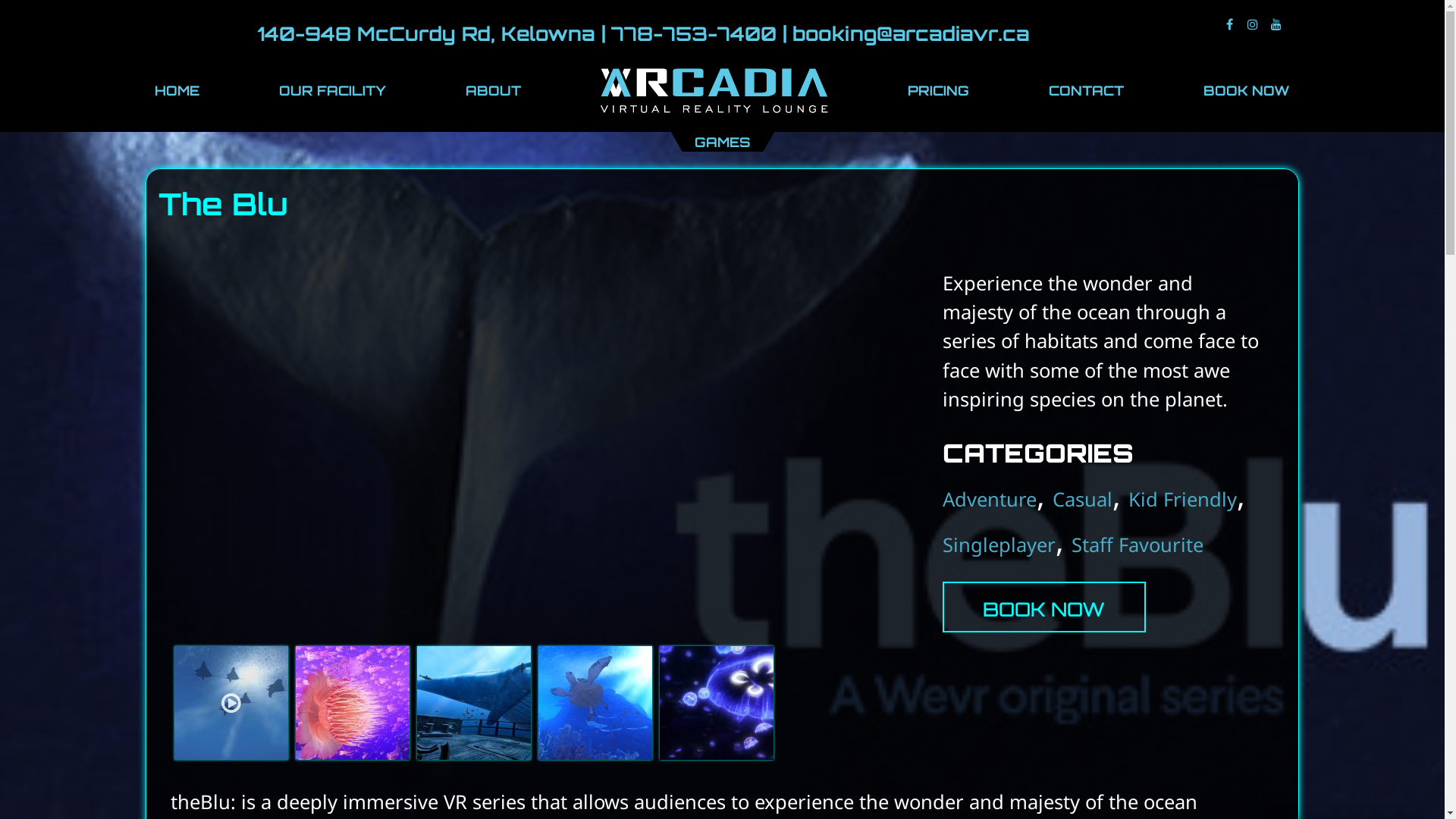 This screenshot has width=1456, height=819. What do you see at coordinates (425, 33) in the screenshot?
I see `'140-948 McCurdy Rd, Kelowna'` at bounding box center [425, 33].